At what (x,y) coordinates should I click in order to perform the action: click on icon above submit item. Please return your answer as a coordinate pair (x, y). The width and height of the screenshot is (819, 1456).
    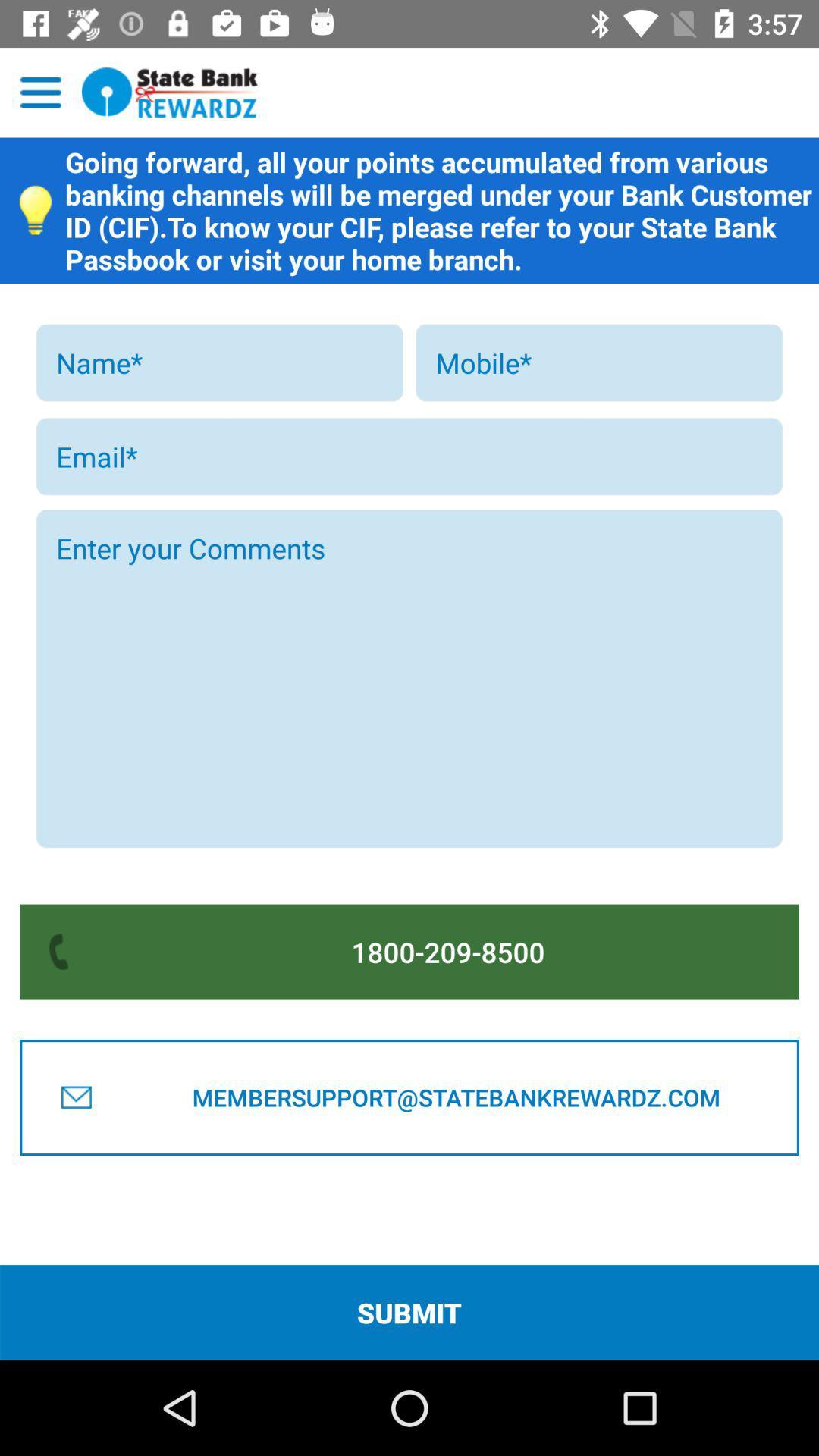
    Looking at the image, I should click on (455, 1097).